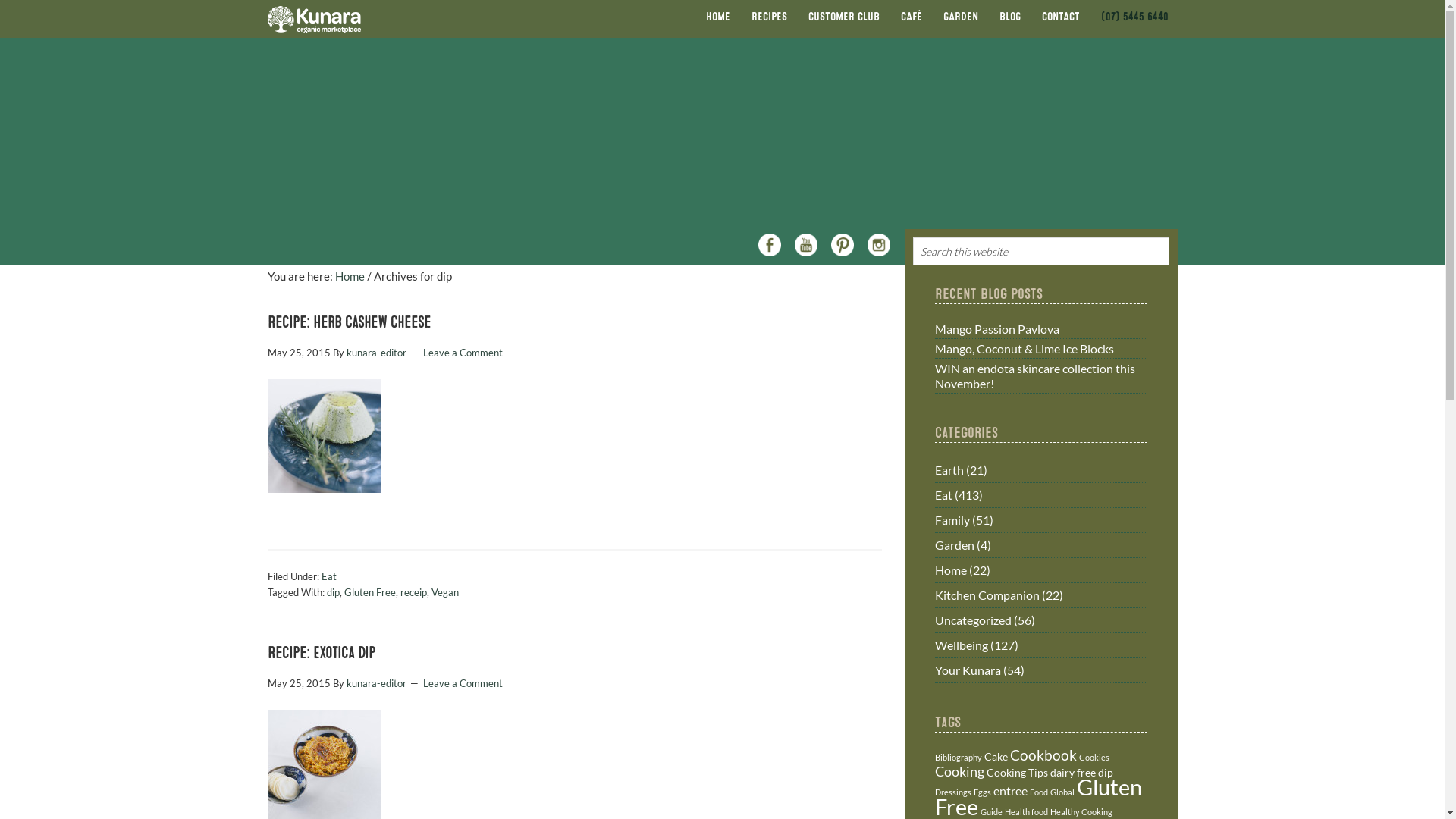 The height and width of the screenshot is (819, 1456). I want to click on 'dip', so click(1106, 772).